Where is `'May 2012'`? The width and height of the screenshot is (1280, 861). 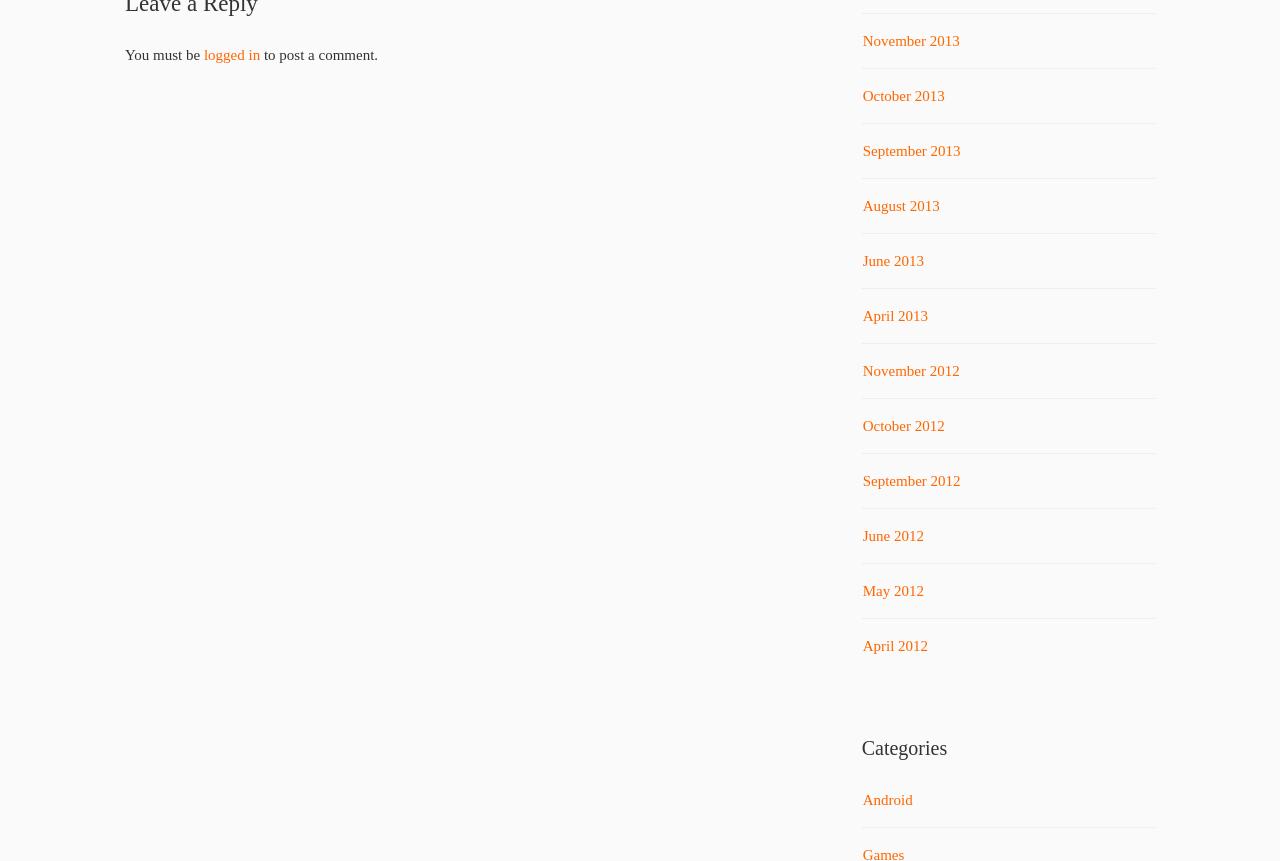 'May 2012' is located at coordinates (891, 589).